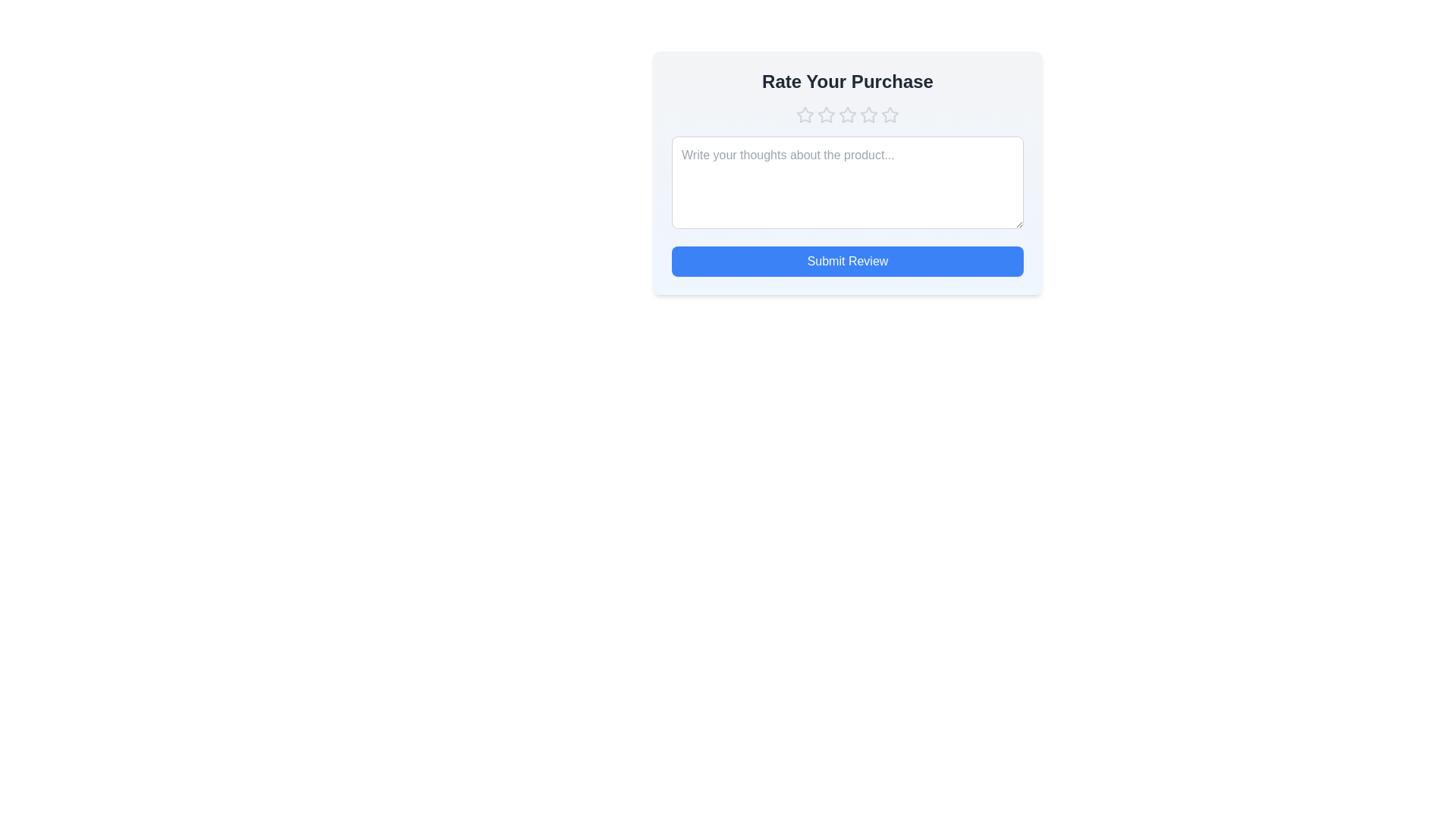 This screenshot has height=819, width=1456. Describe the element at coordinates (804, 114) in the screenshot. I see `the star corresponding to the rating 1` at that location.